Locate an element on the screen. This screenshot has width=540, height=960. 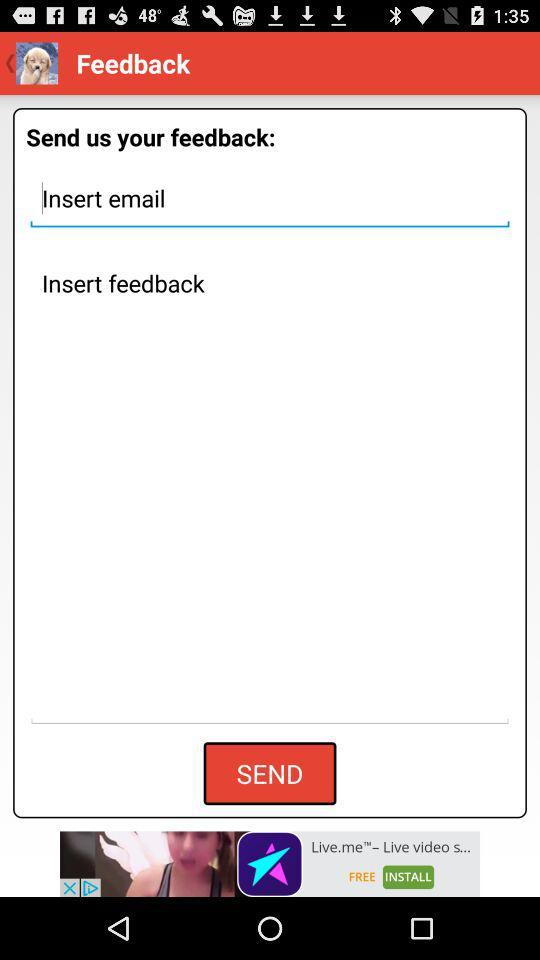
the advertisement is located at coordinates (270, 863).